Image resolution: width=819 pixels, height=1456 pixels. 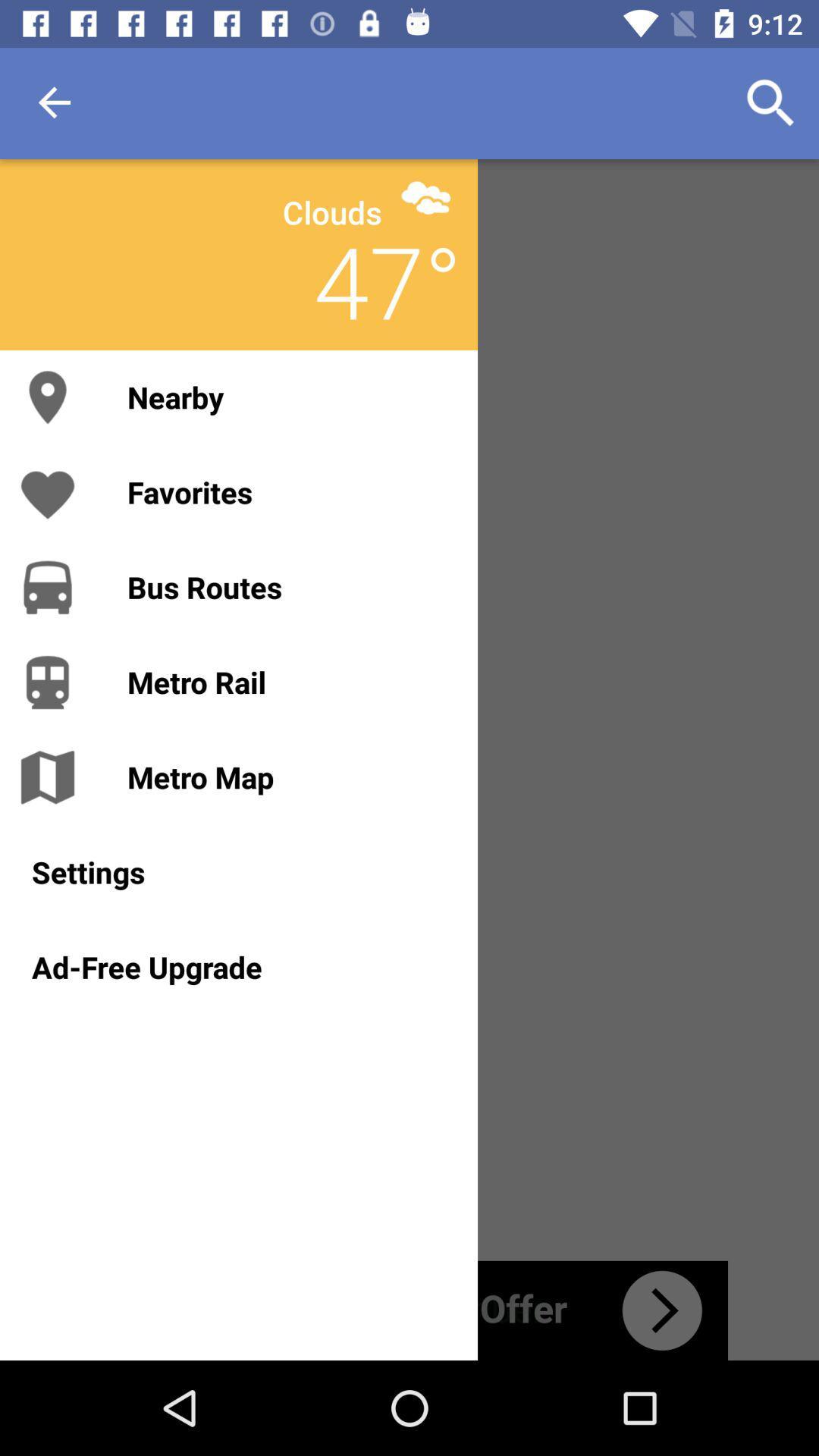 What do you see at coordinates (409, 1310) in the screenshot?
I see `offer` at bounding box center [409, 1310].